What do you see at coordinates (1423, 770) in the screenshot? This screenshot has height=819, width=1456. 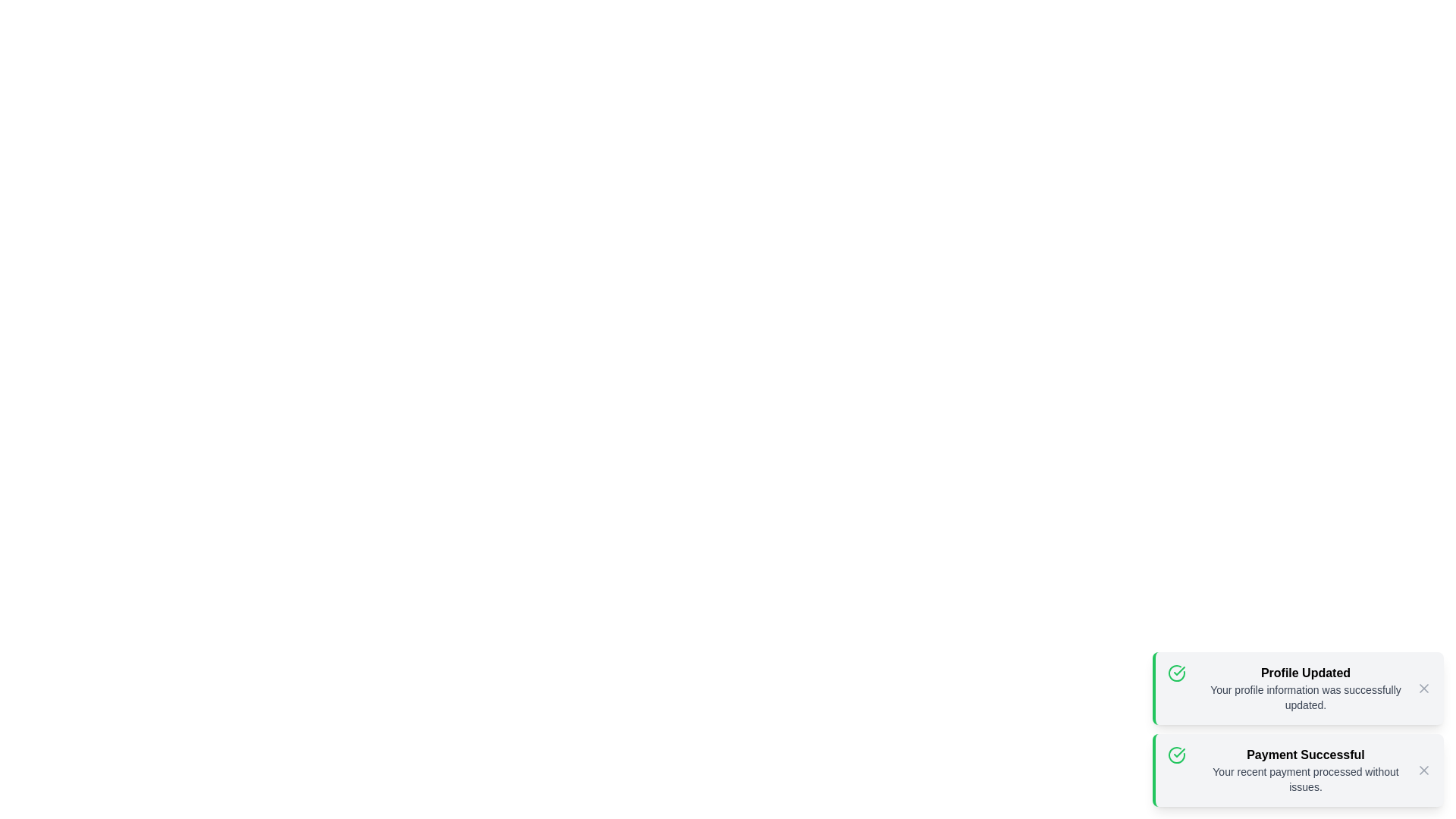 I see `the close button of the notification with title Payment Successful` at bounding box center [1423, 770].